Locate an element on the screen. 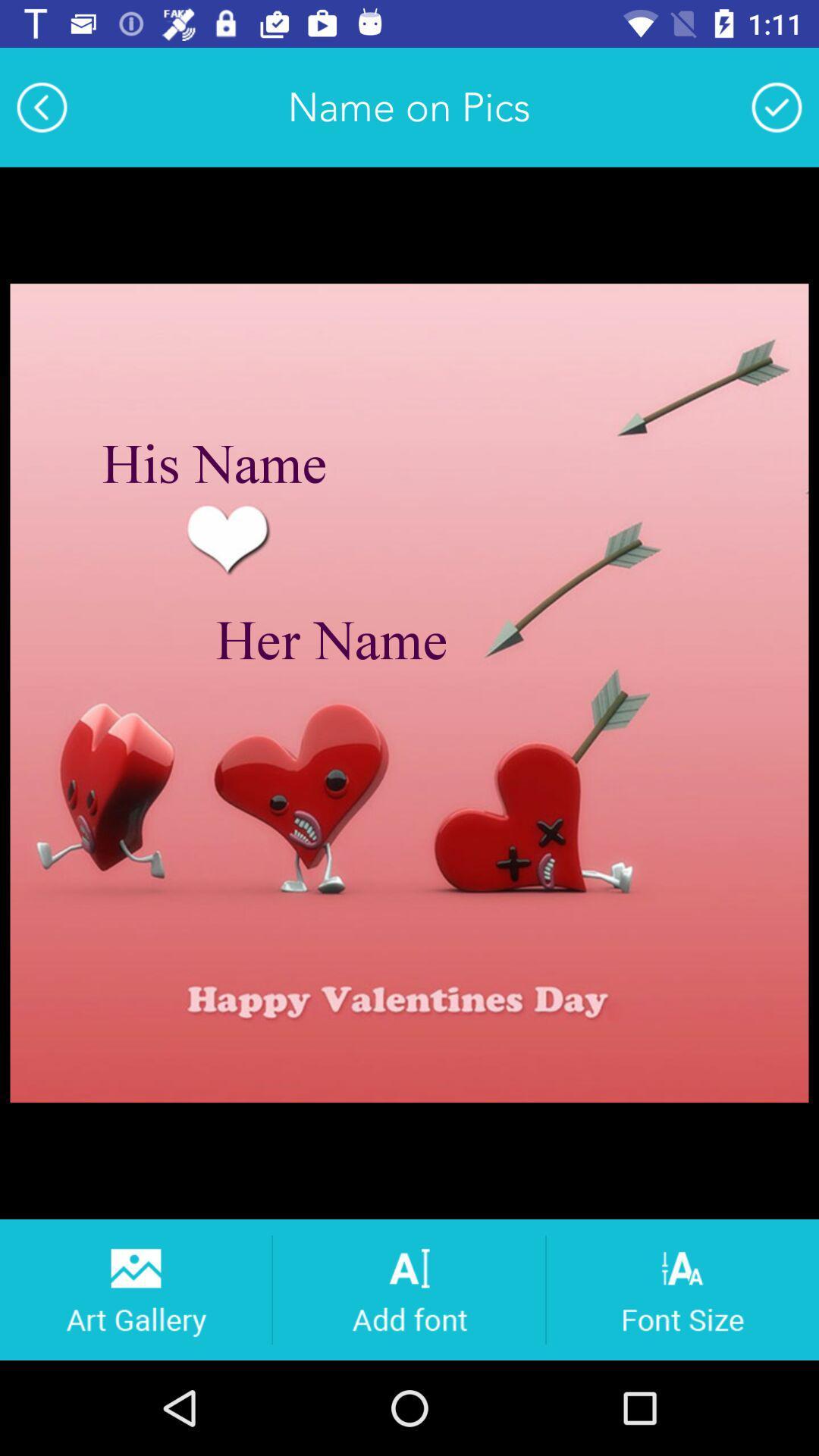  the icon next to name on pics icon is located at coordinates (777, 106).